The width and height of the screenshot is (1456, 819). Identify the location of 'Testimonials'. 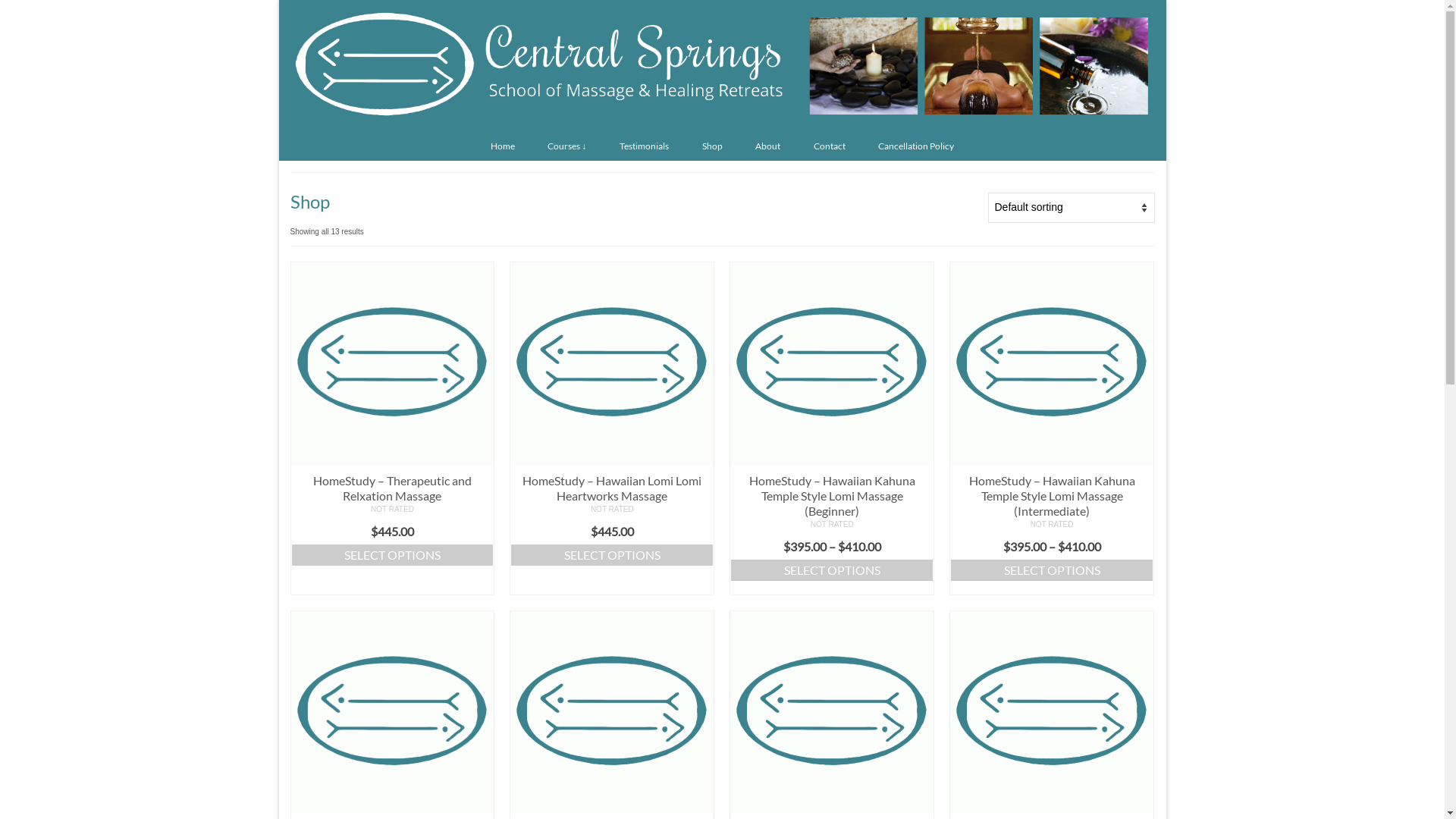
(644, 146).